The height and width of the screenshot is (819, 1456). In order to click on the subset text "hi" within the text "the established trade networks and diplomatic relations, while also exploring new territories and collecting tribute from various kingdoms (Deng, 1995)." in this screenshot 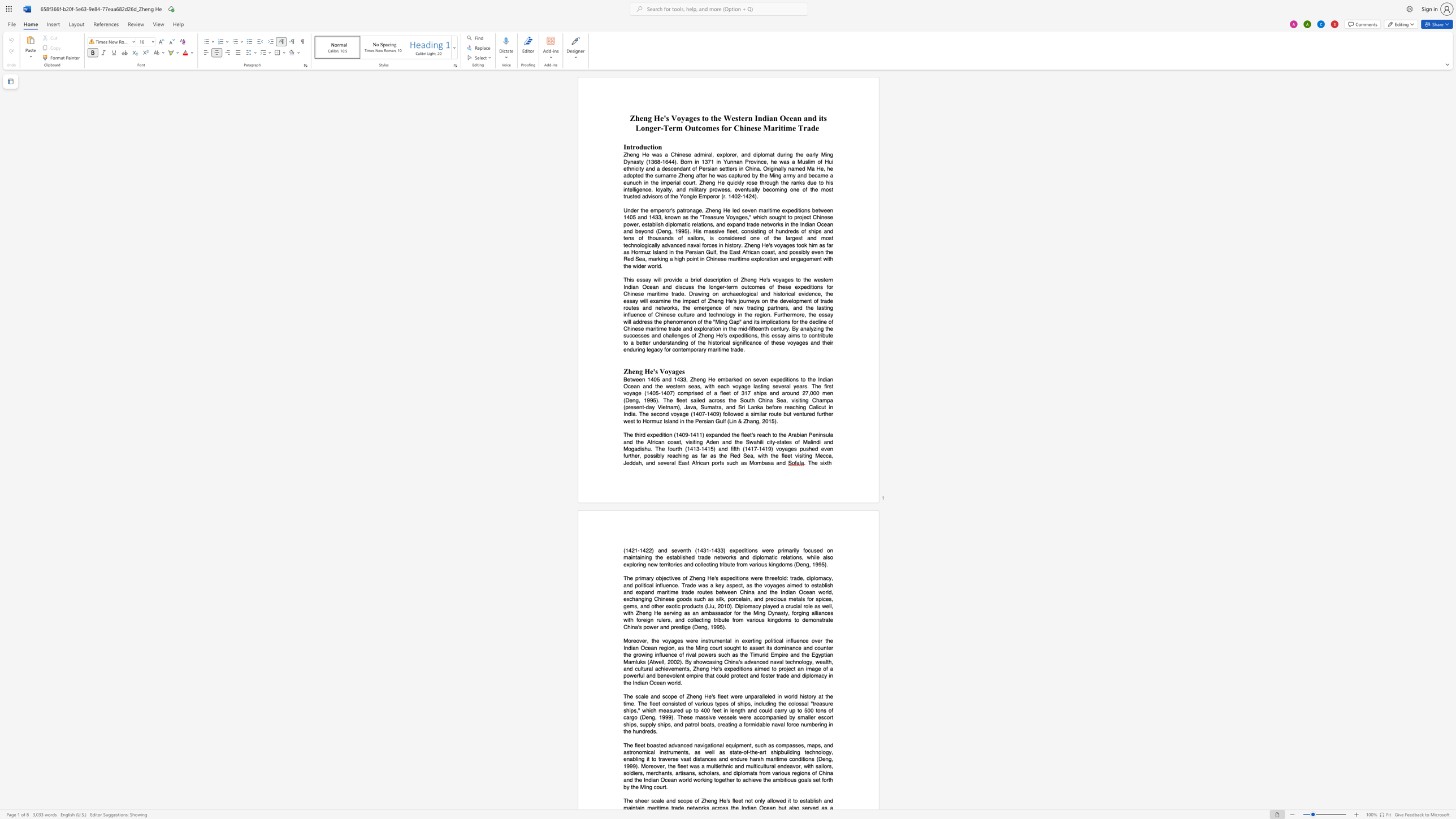, I will do `click(811, 557)`.